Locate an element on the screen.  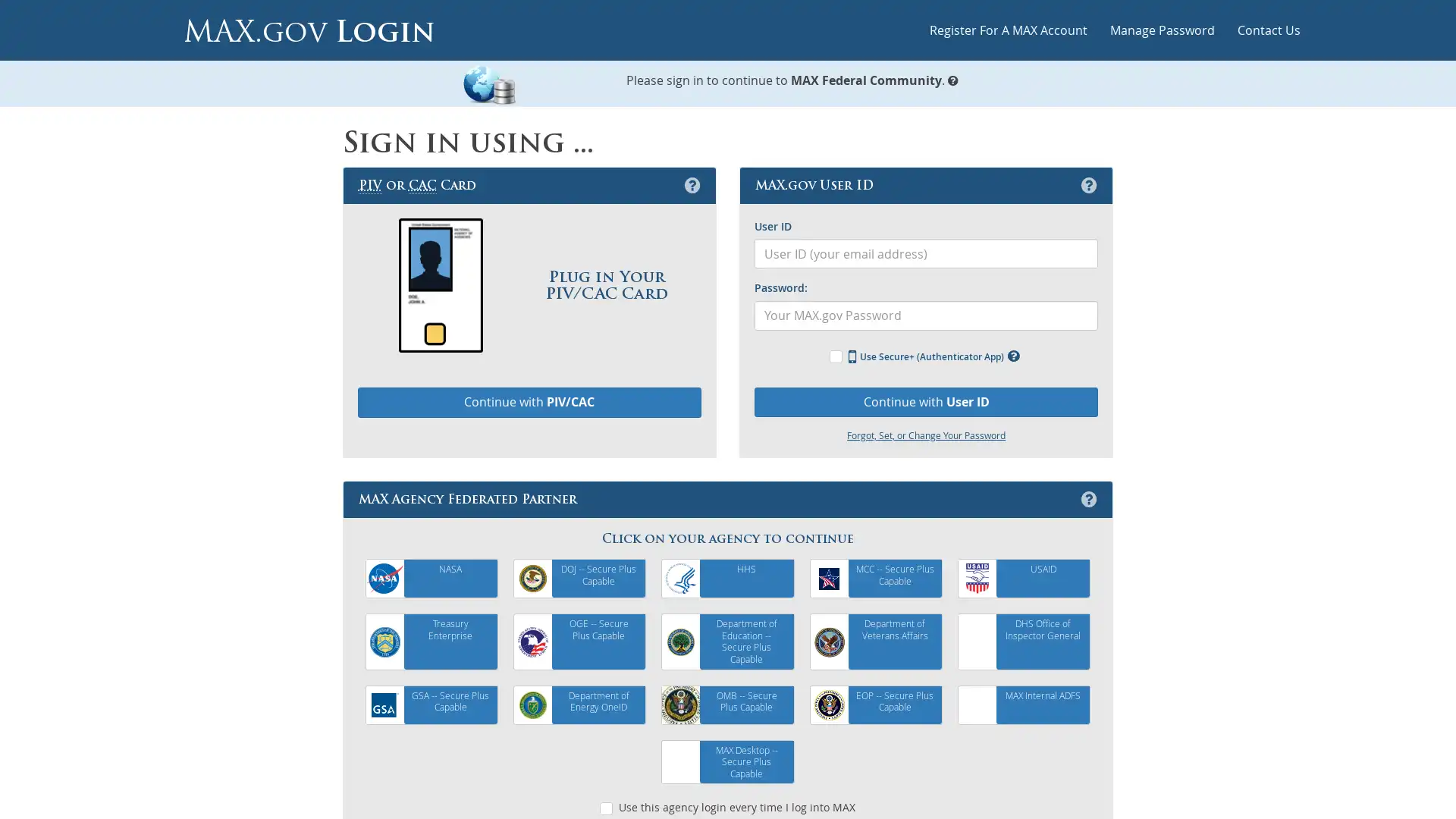
MAX.gov User ID is located at coordinates (1088, 184).